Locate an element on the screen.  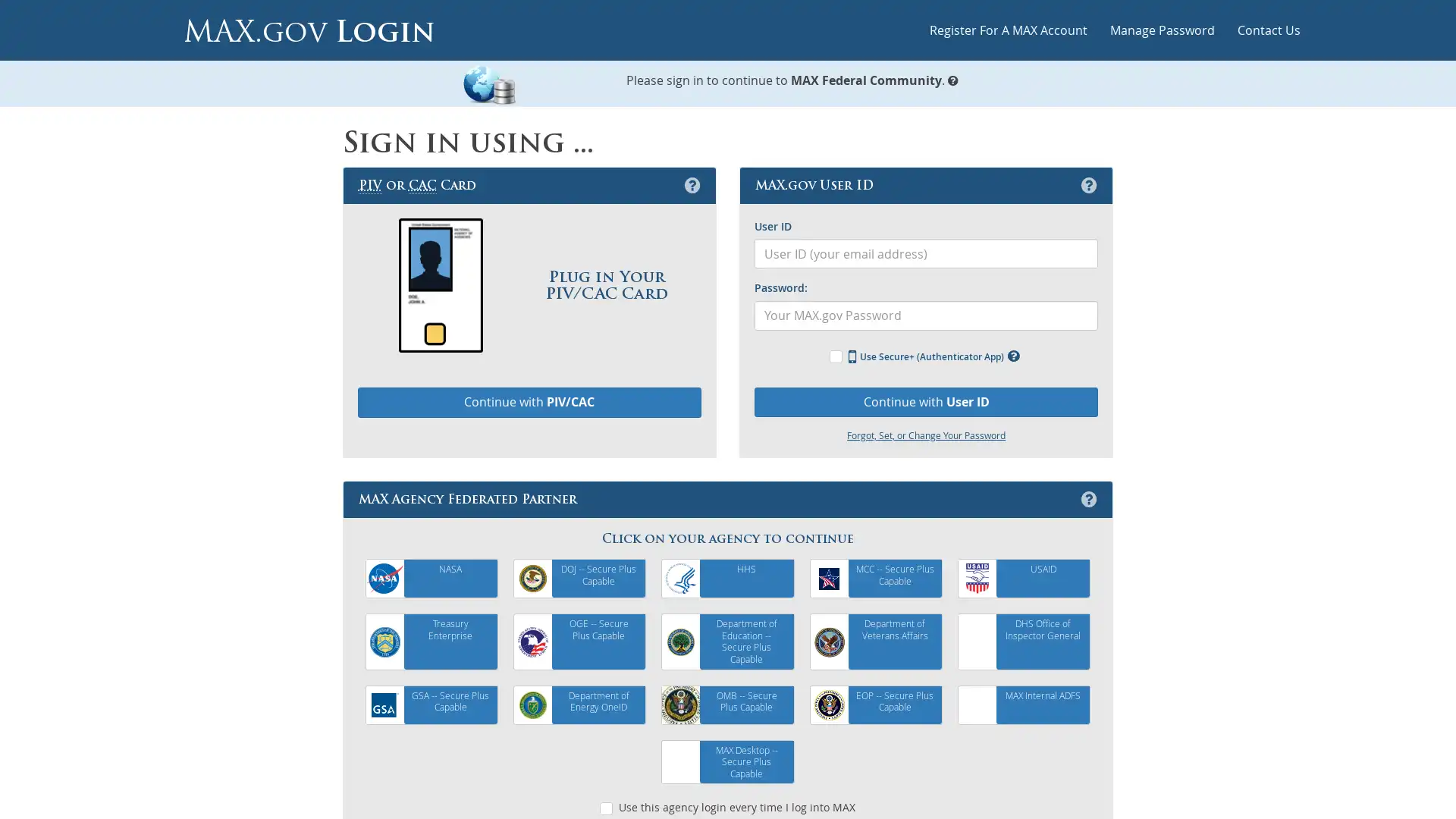
MAX.gov User ID is located at coordinates (1088, 184).